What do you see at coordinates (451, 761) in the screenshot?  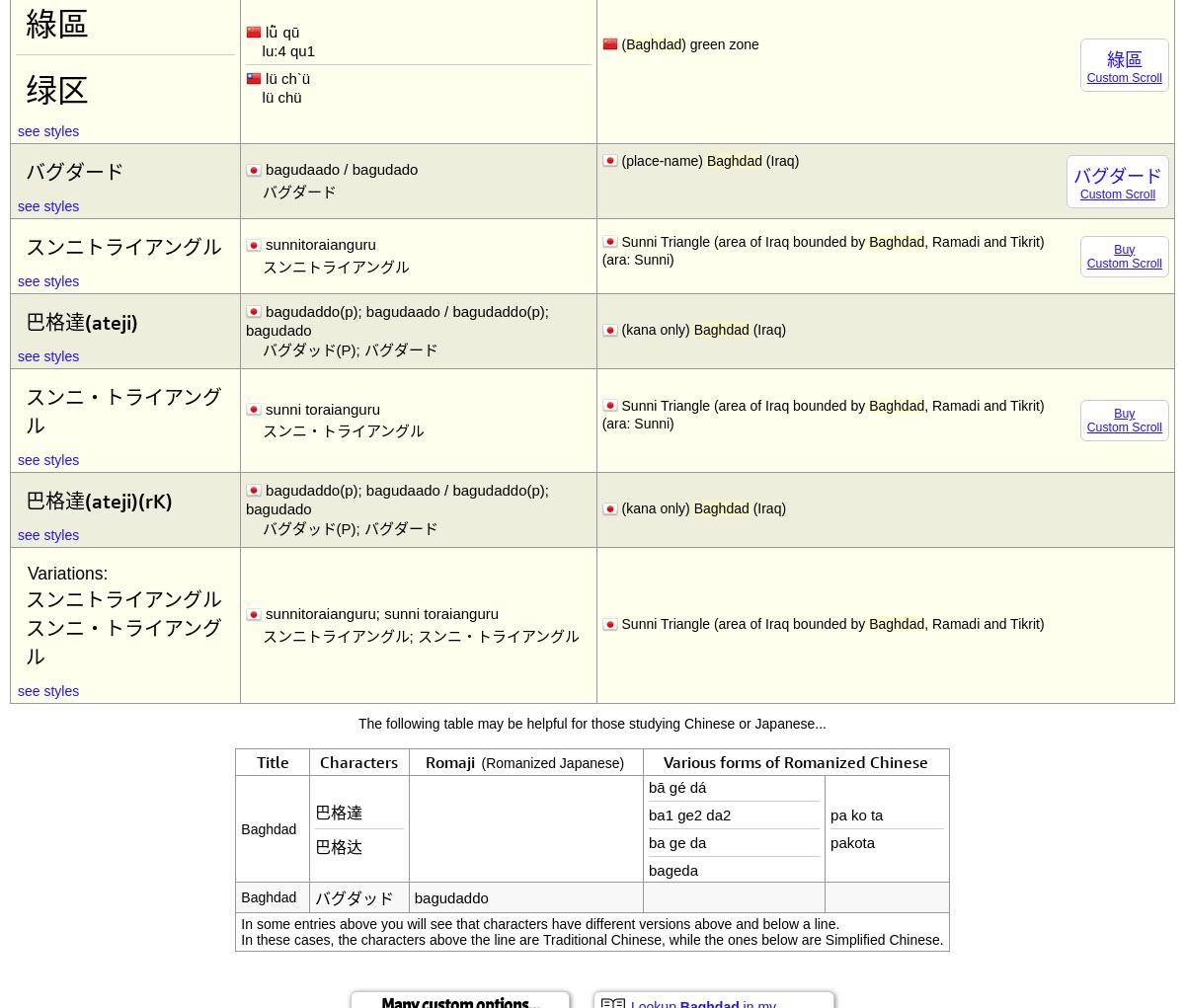 I see `'Romaji'` at bounding box center [451, 761].